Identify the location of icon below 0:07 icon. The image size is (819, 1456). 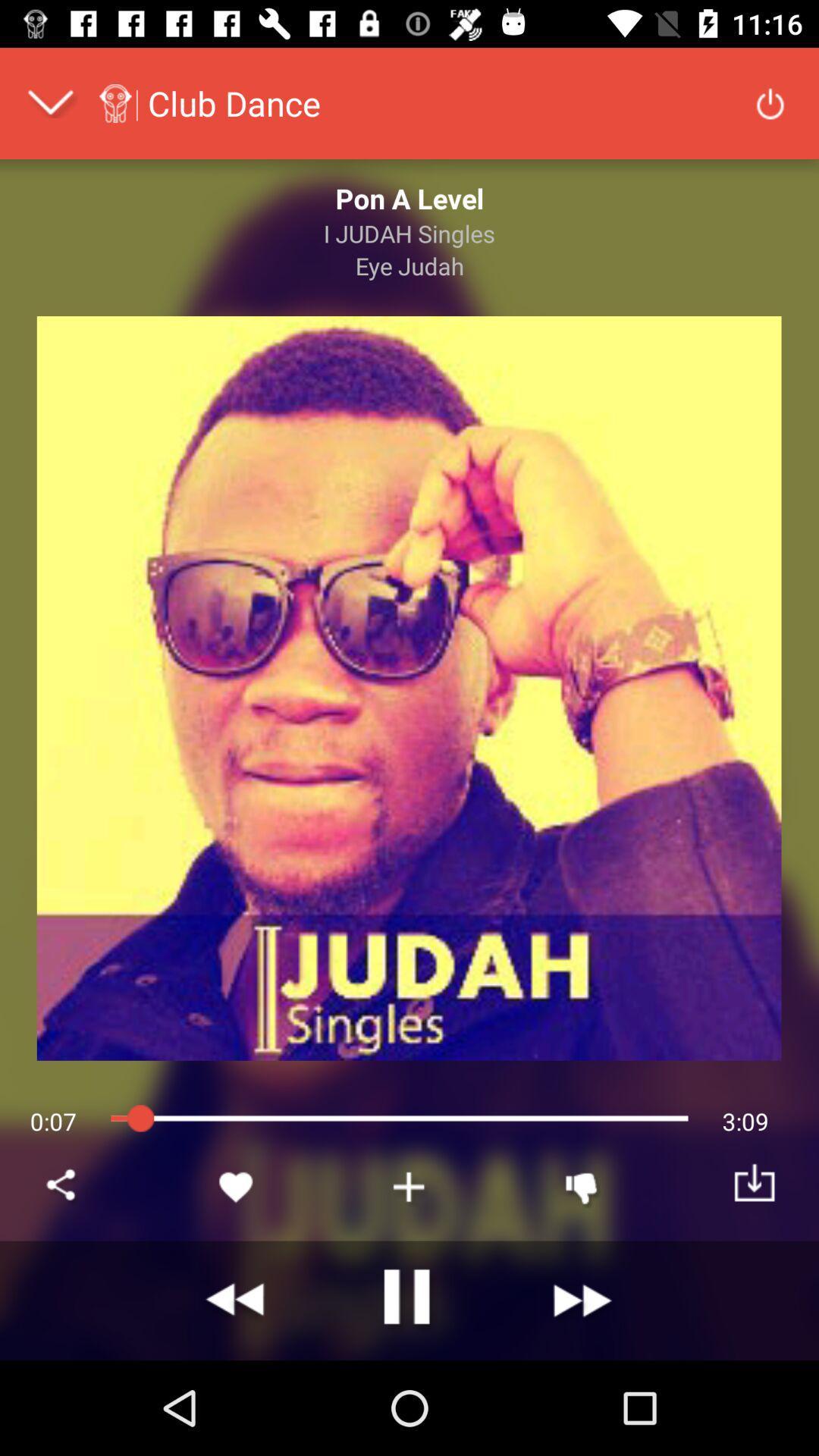
(63, 1186).